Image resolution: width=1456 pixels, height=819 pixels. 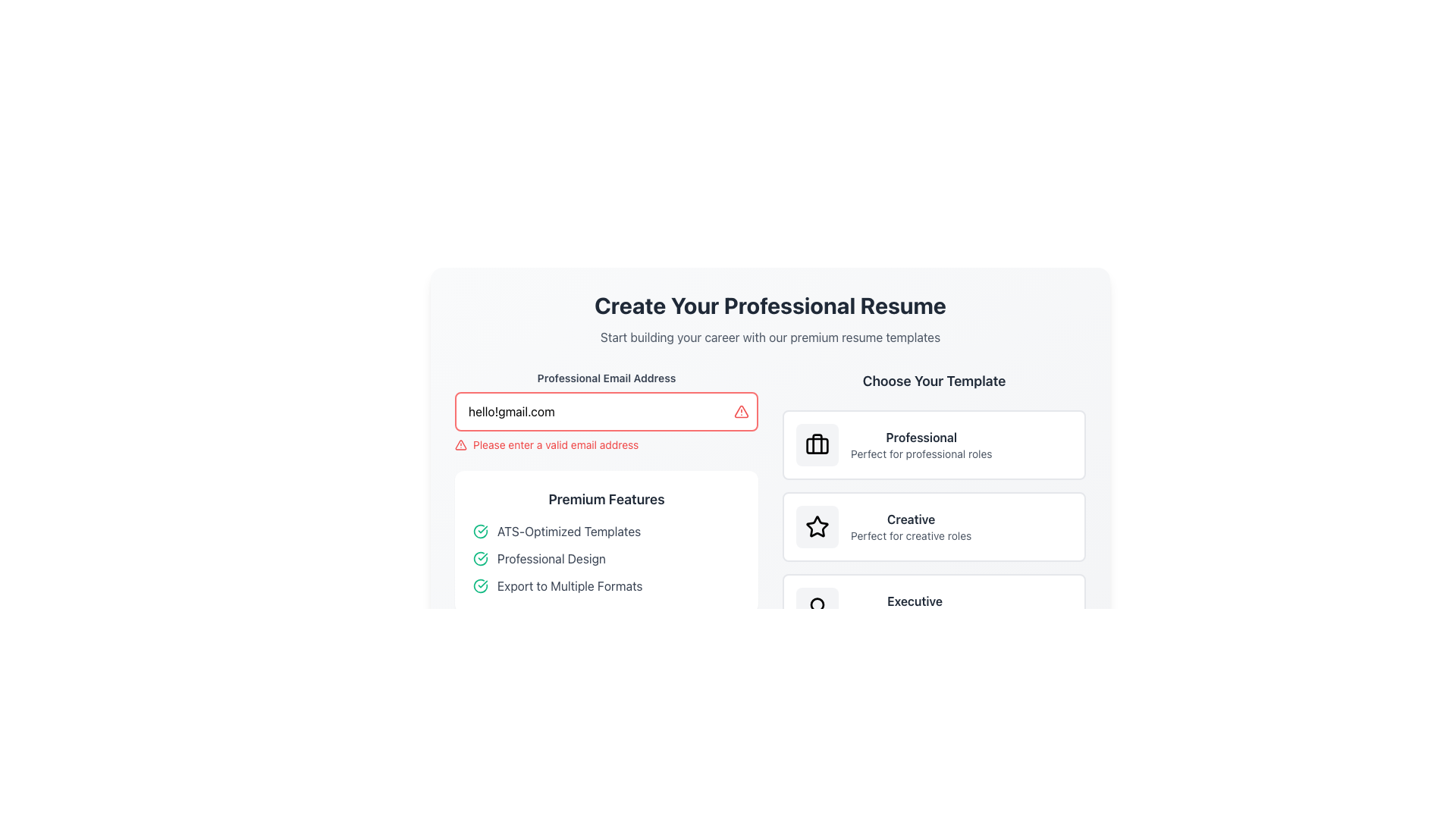 I want to click on the selection option for the professional template located in the 'Choose Your Template' section, so click(x=934, y=444).